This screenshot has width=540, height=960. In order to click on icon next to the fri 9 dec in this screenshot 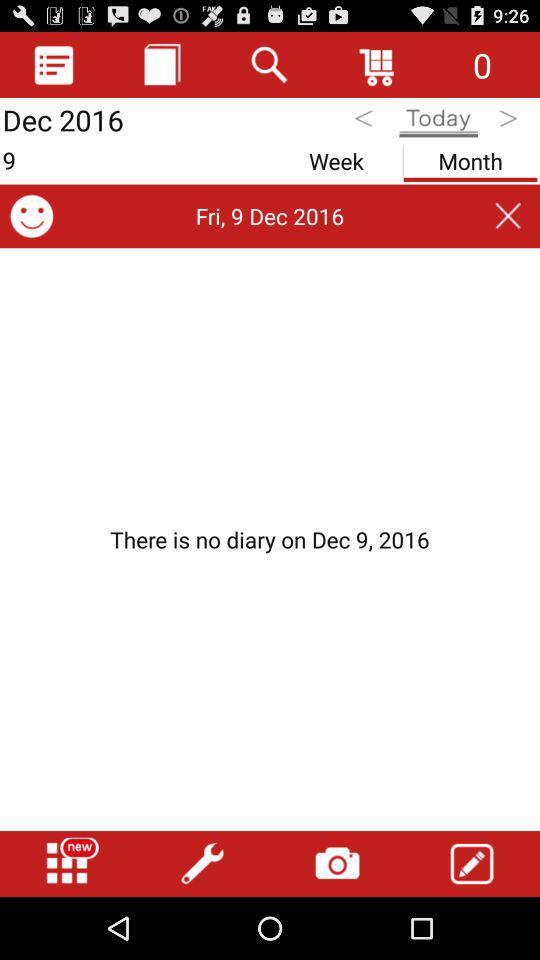, I will do `click(30, 216)`.